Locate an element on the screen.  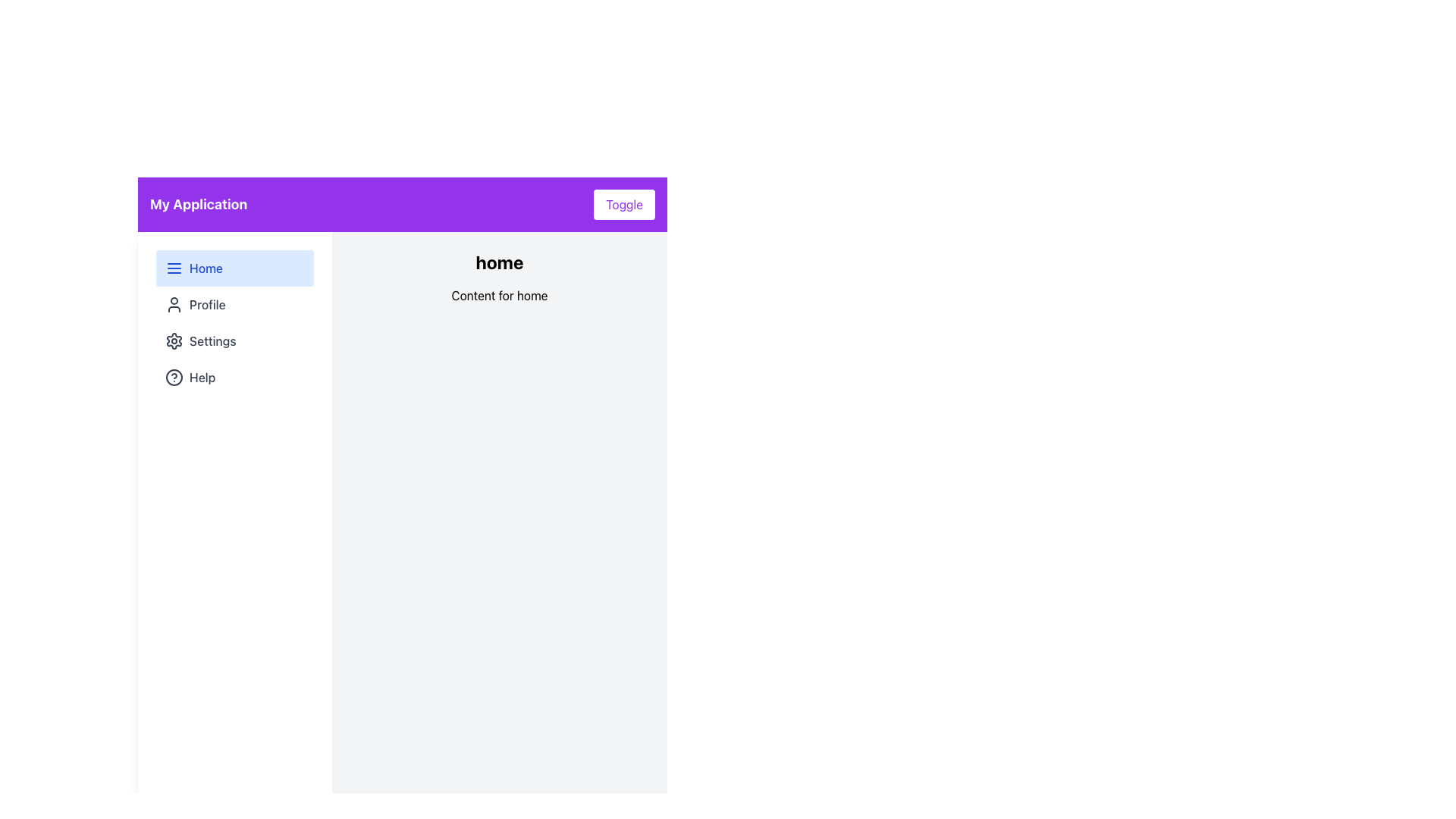
the Navigation Button located in the left navigation menu is located at coordinates (234, 304).